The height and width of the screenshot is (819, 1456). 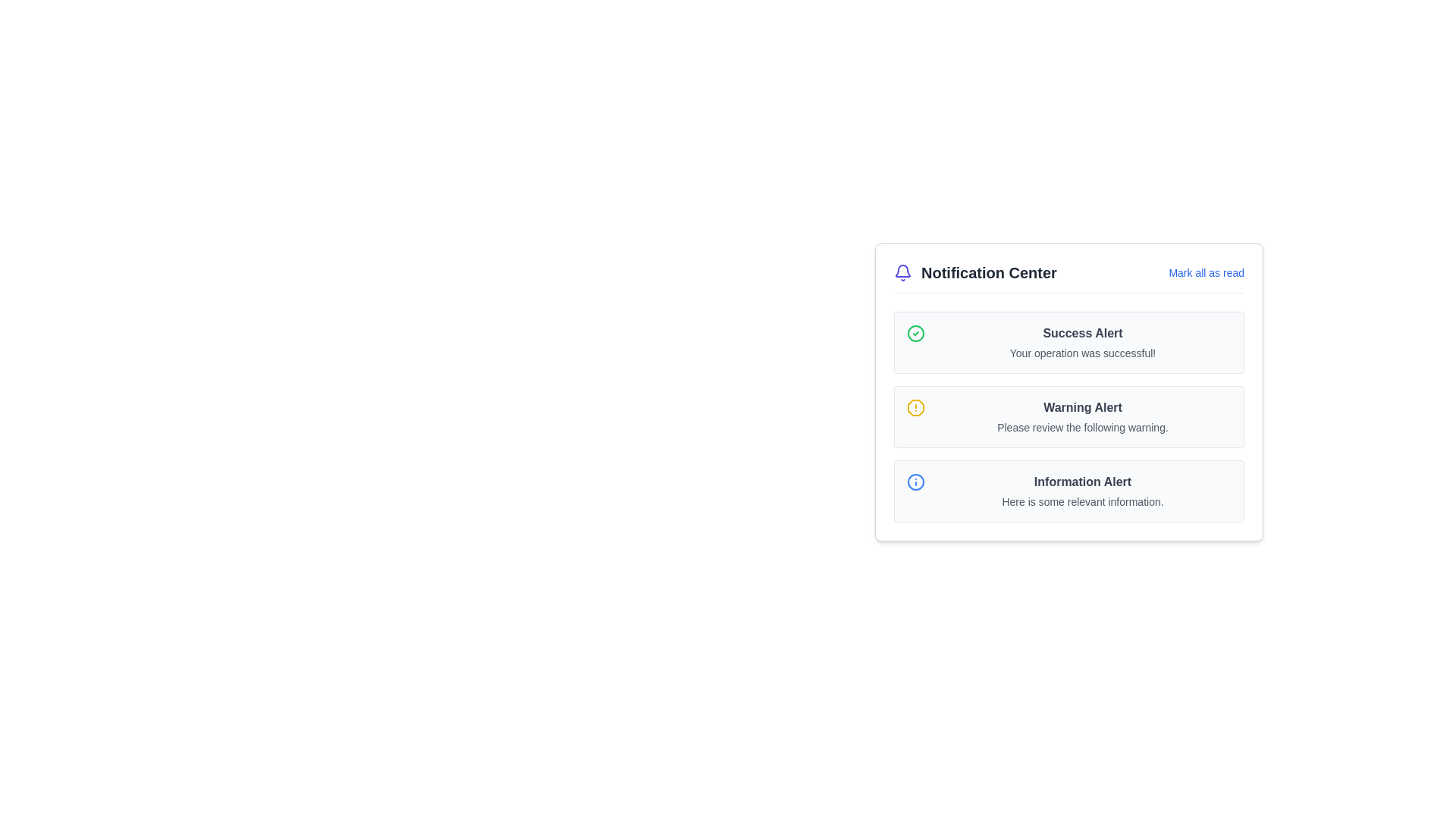 What do you see at coordinates (1082, 406) in the screenshot?
I see `the Heading text or label that serves as a title for the notification in the Notification Center interface, located in the center of the notification card, positioned between the 'Success Alert' and 'Information Alert'` at bounding box center [1082, 406].